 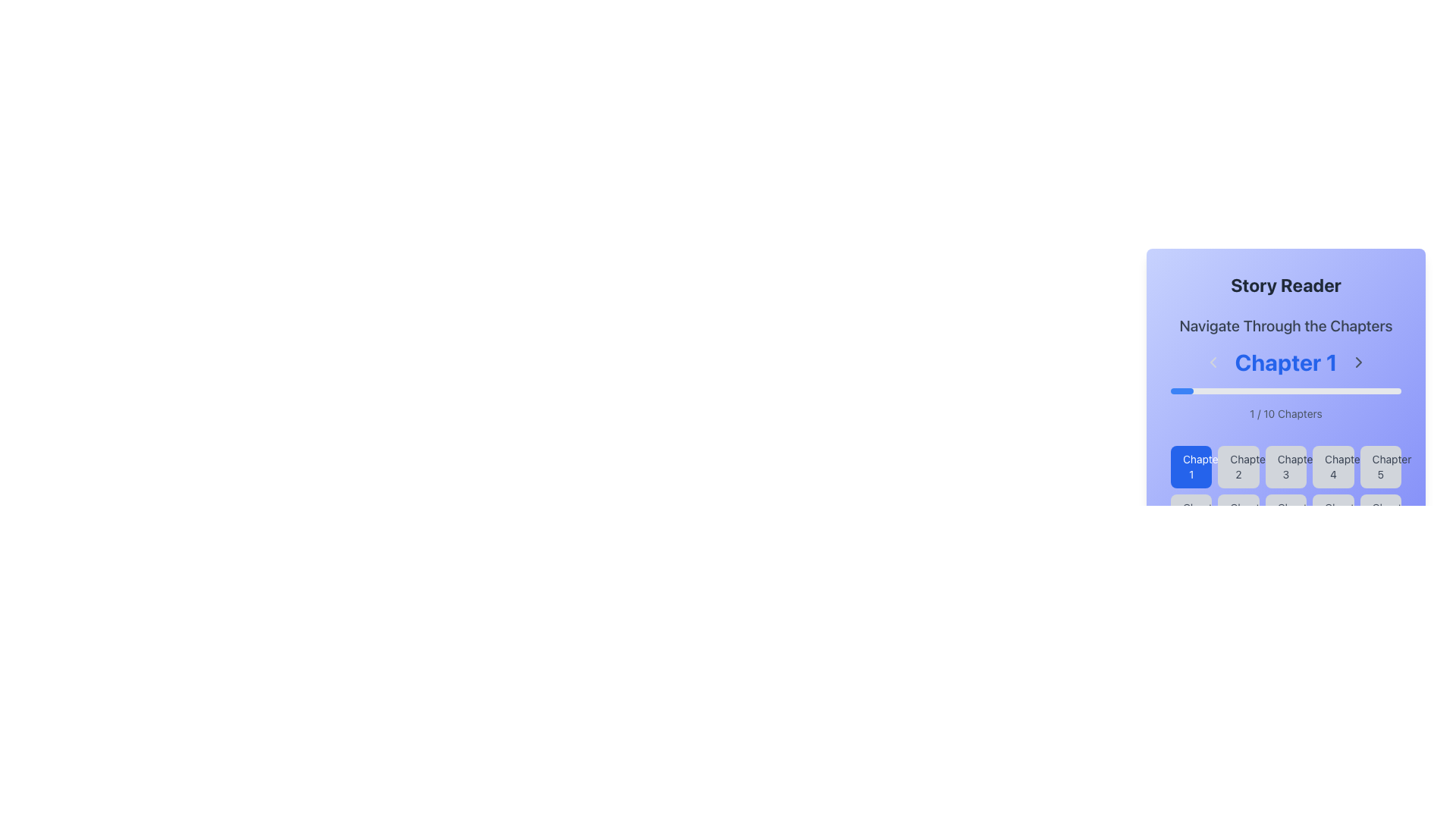 What do you see at coordinates (1285, 362) in the screenshot?
I see `chapter title displayed on the bold and large text label 'Chapter 1' in bright blue color, located at the center of the 'Navigate Through the Chapters' section` at bounding box center [1285, 362].